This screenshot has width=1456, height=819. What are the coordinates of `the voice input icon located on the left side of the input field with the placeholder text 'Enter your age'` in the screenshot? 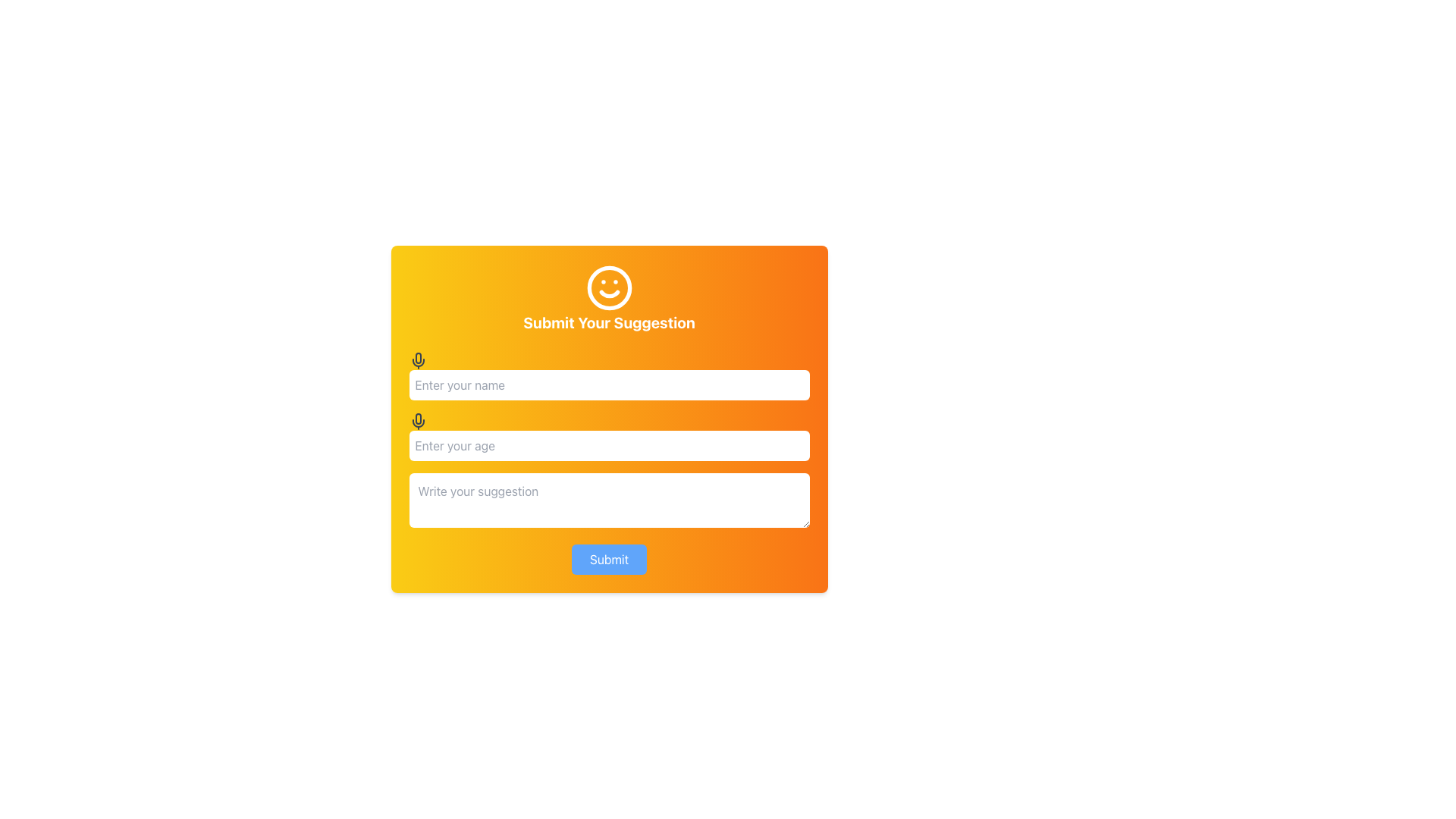 It's located at (418, 421).